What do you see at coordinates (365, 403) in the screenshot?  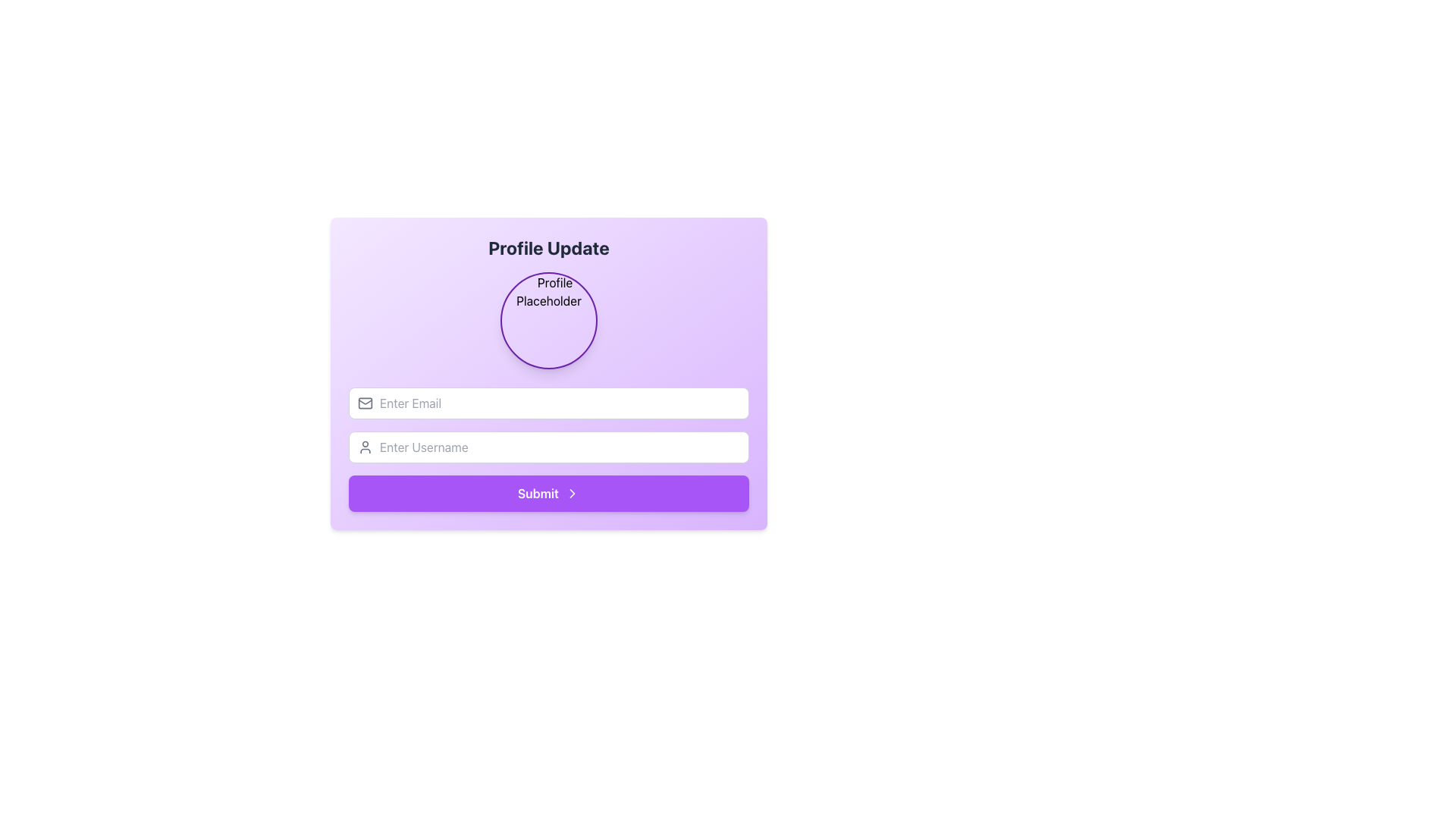 I see `the email icon located to the left of the 'Enter Email' text input field, which serves as a visual cue for the input purpose` at bounding box center [365, 403].